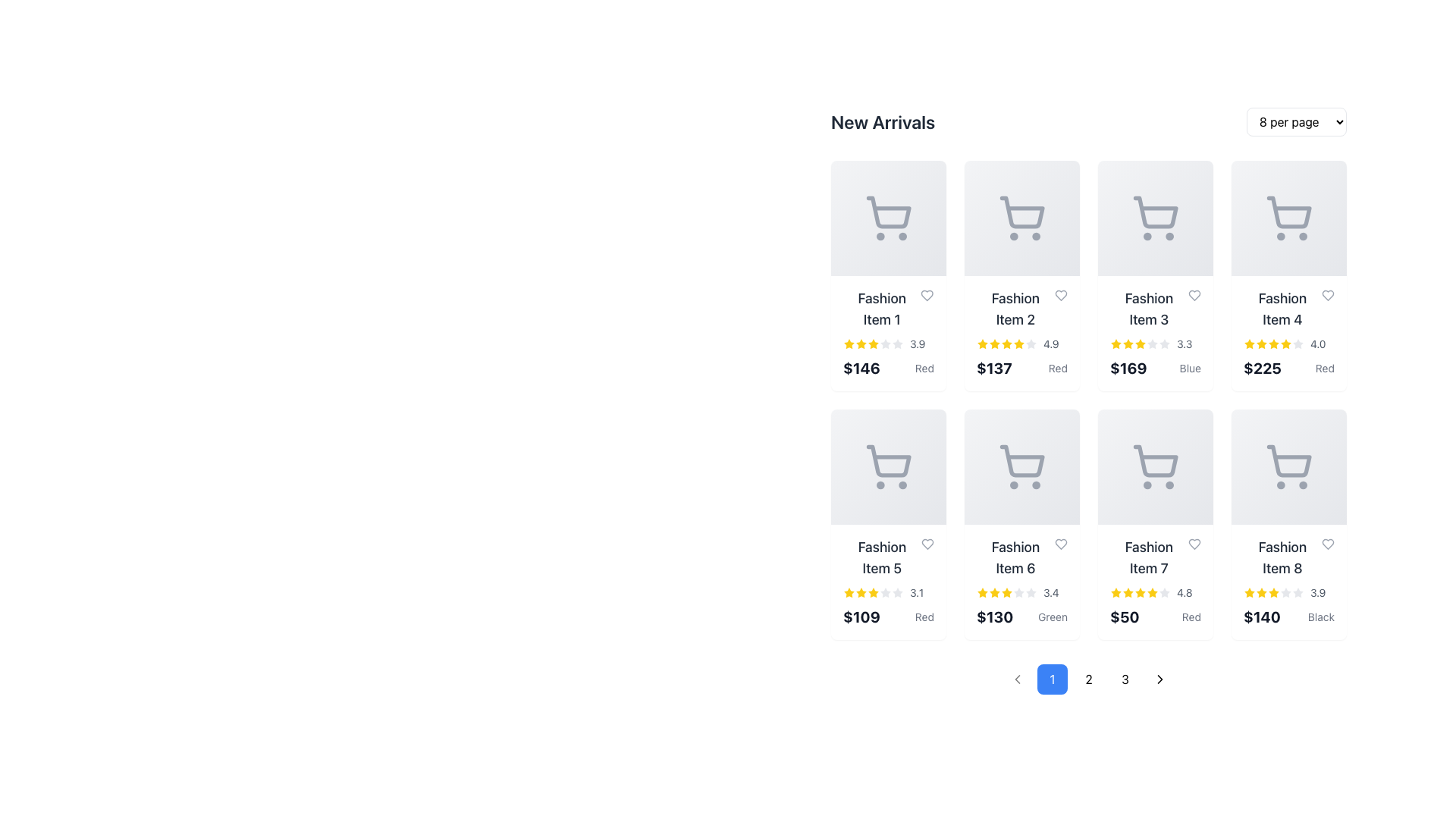  I want to click on the text label reading 'Fashion Item 1', so click(882, 309).